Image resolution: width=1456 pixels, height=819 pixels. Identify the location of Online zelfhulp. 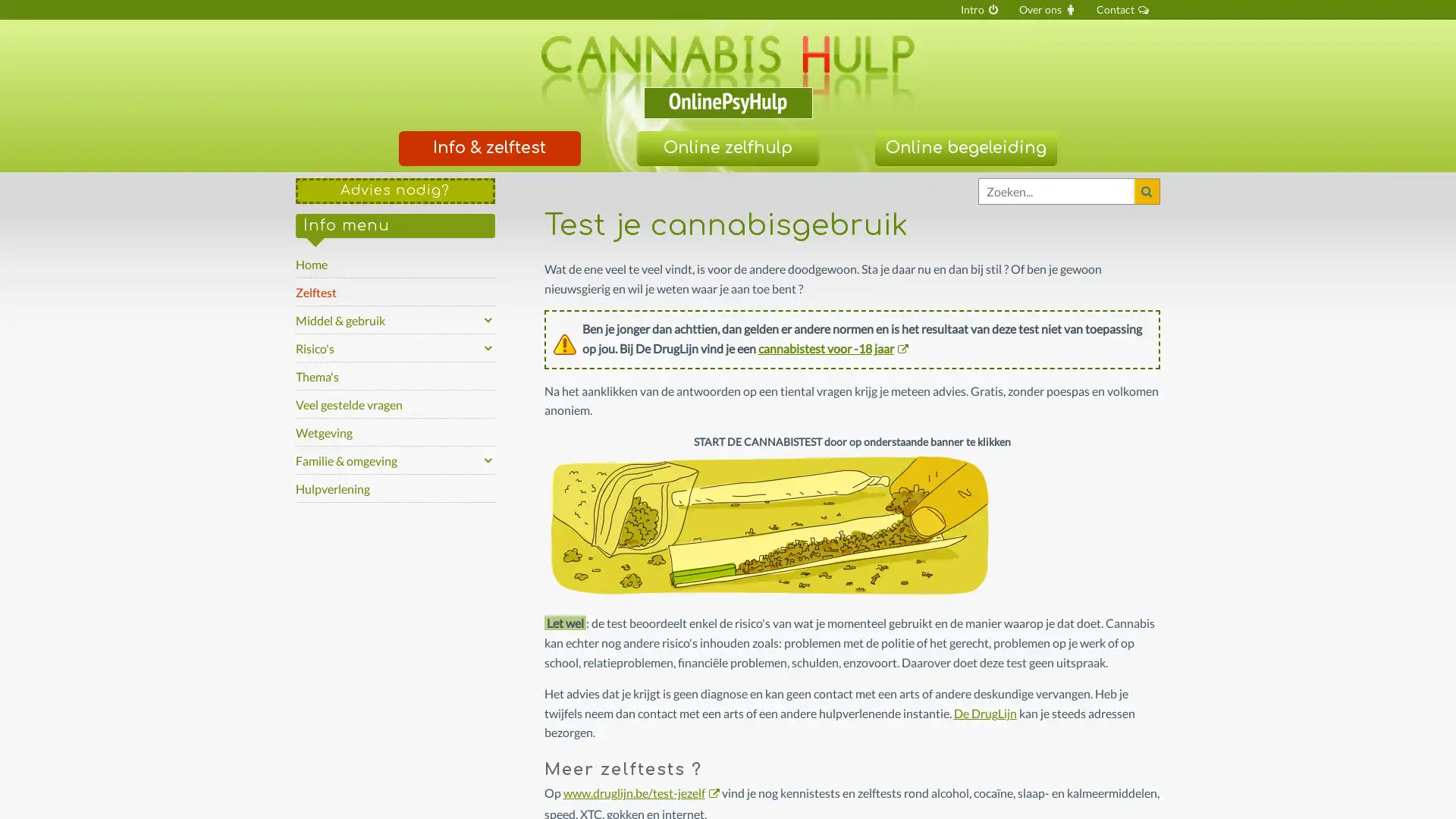
(726, 148).